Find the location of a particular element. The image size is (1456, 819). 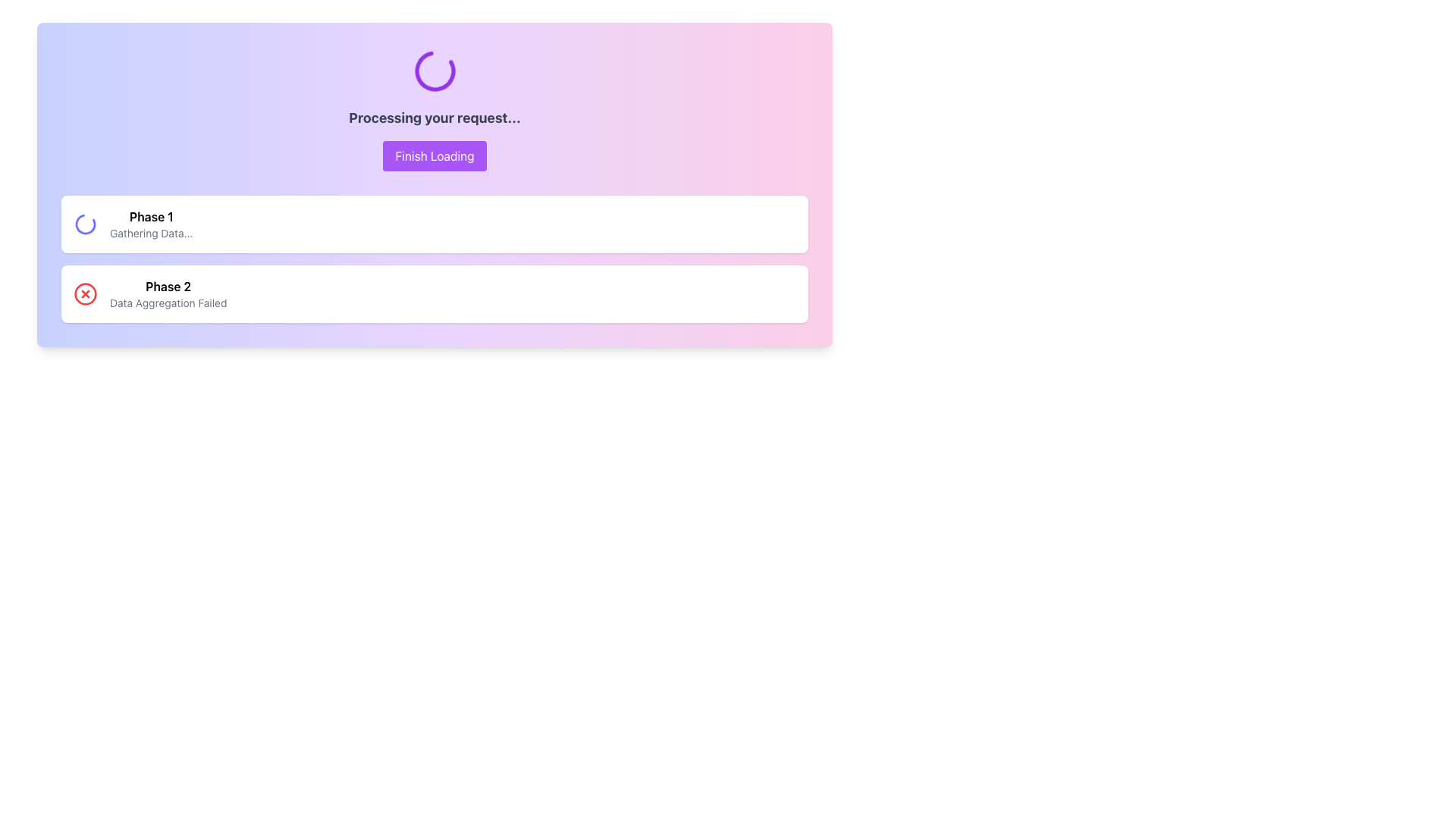

status update message displayed in the text label located below the animated circular spinner and above the 'Finish Loading' button is located at coordinates (434, 117).